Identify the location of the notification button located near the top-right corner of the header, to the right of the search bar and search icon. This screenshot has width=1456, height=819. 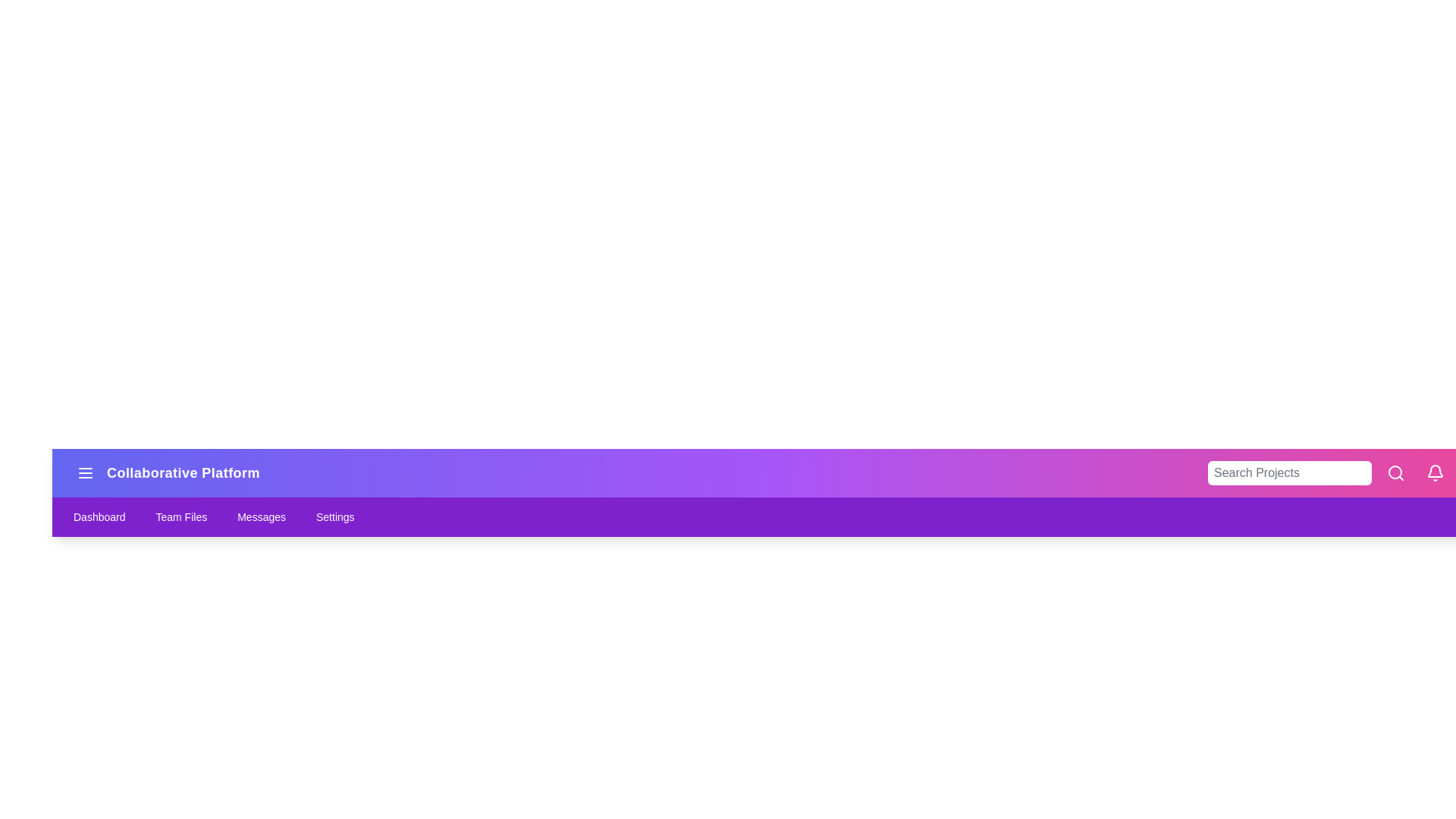
(1434, 472).